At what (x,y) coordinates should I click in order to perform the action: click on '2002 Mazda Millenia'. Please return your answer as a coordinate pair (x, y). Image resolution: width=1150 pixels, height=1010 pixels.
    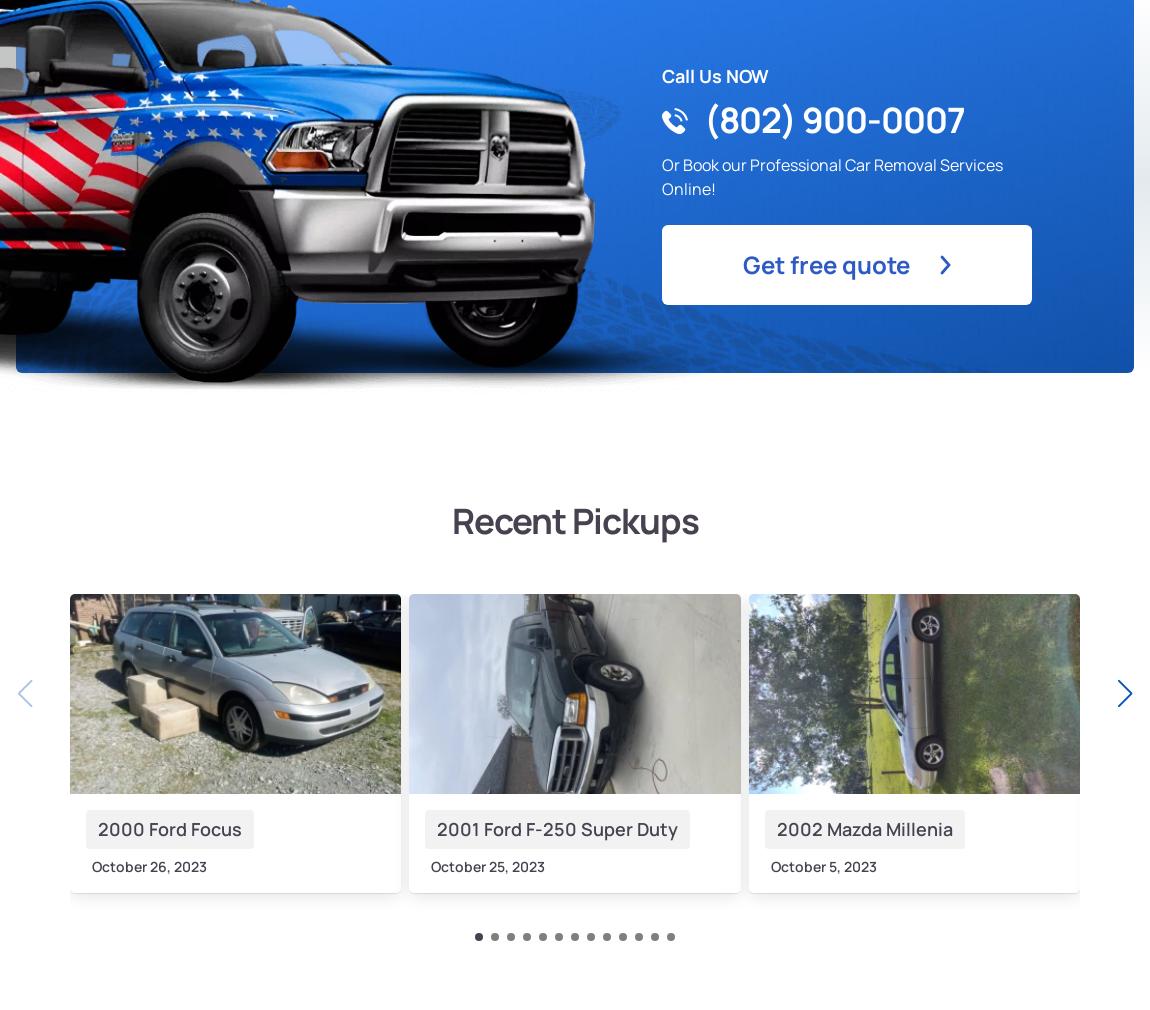
    Looking at the image, I should click on (863, 827).